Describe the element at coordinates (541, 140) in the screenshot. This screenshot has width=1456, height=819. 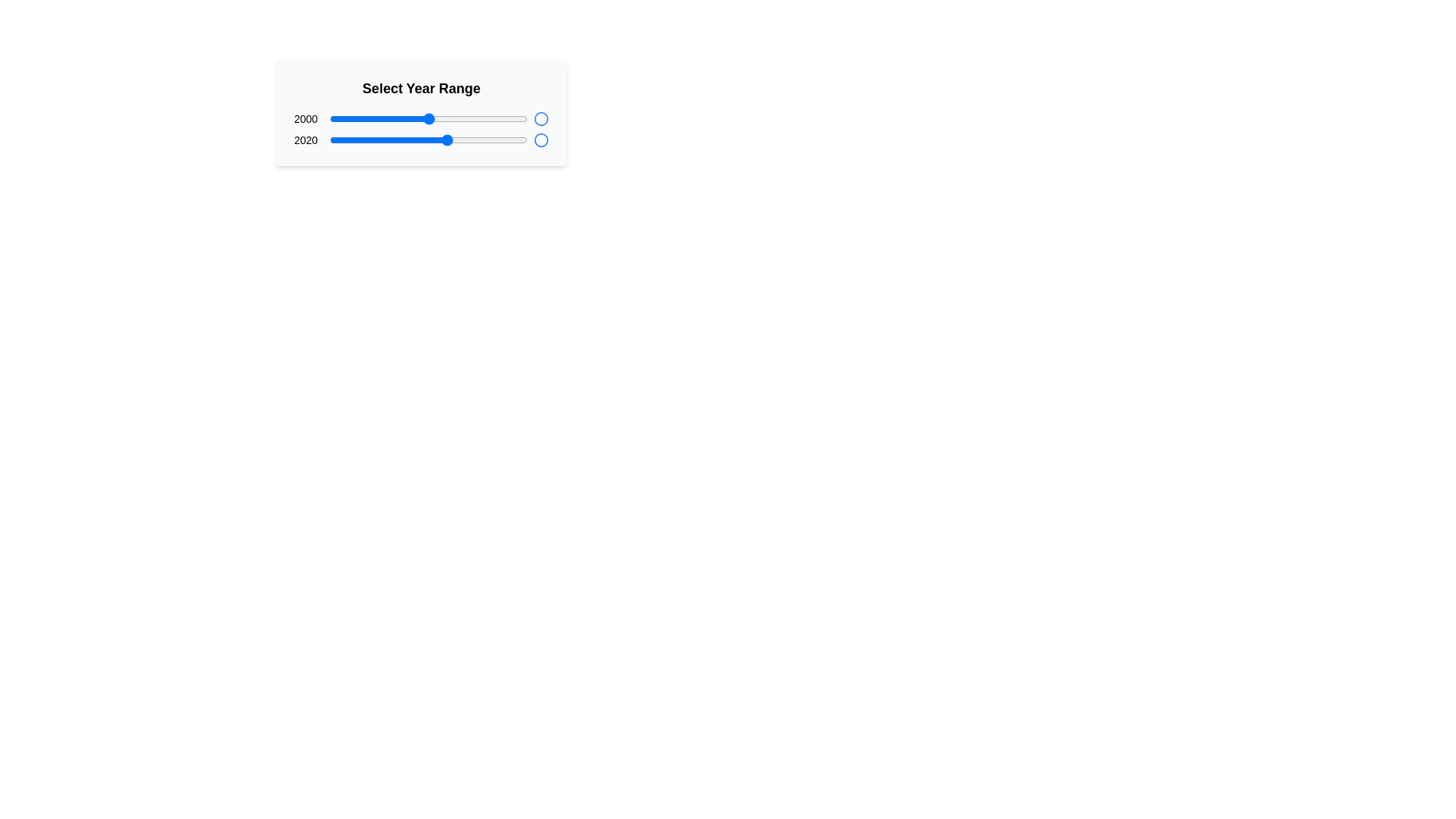
I see `the Circle SVG element located to the right of the label '2020' and the bottom slider` at that location.